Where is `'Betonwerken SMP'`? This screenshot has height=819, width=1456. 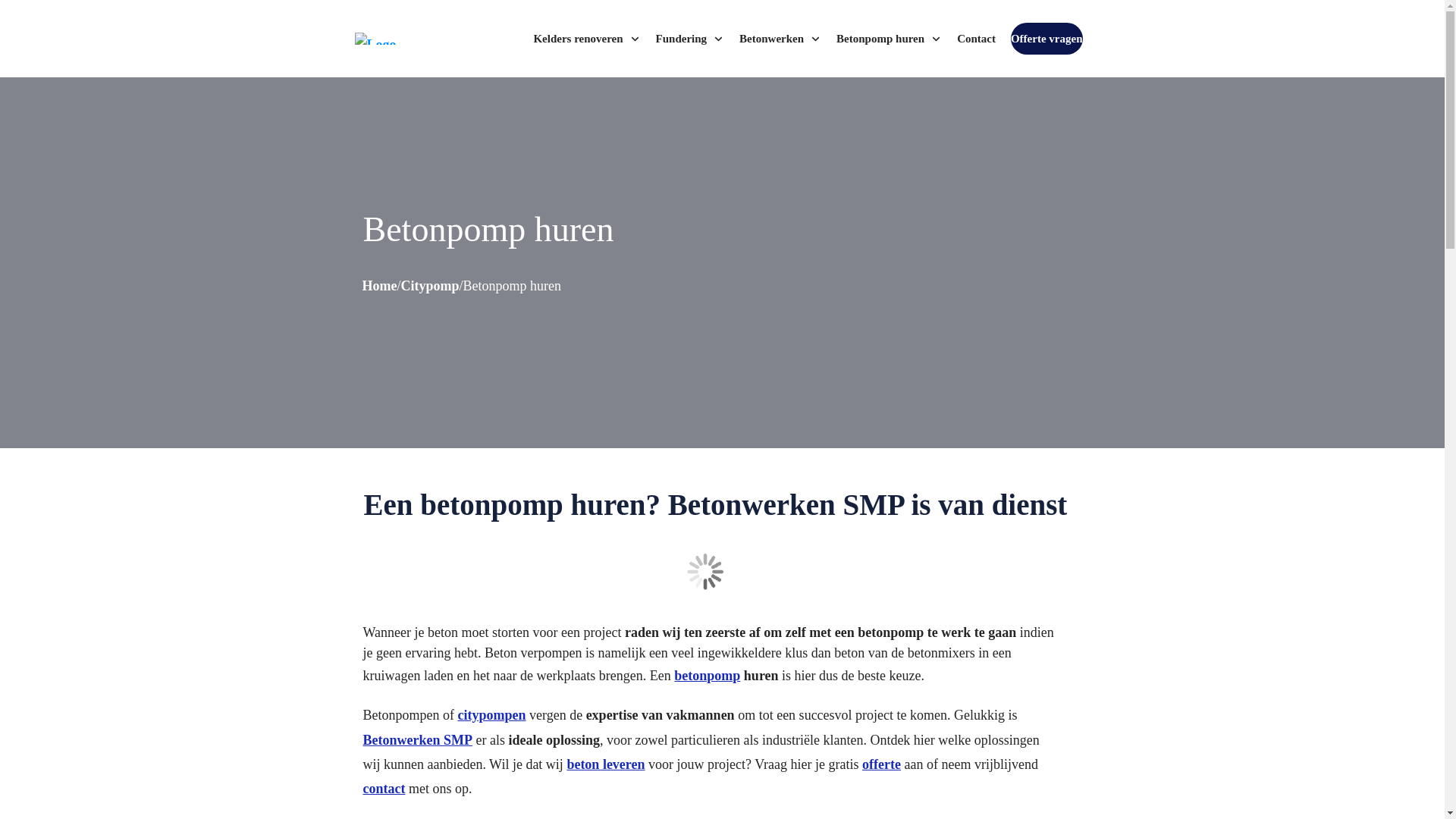 'Betonwerken SMP' is located at coordinates (417, 739).